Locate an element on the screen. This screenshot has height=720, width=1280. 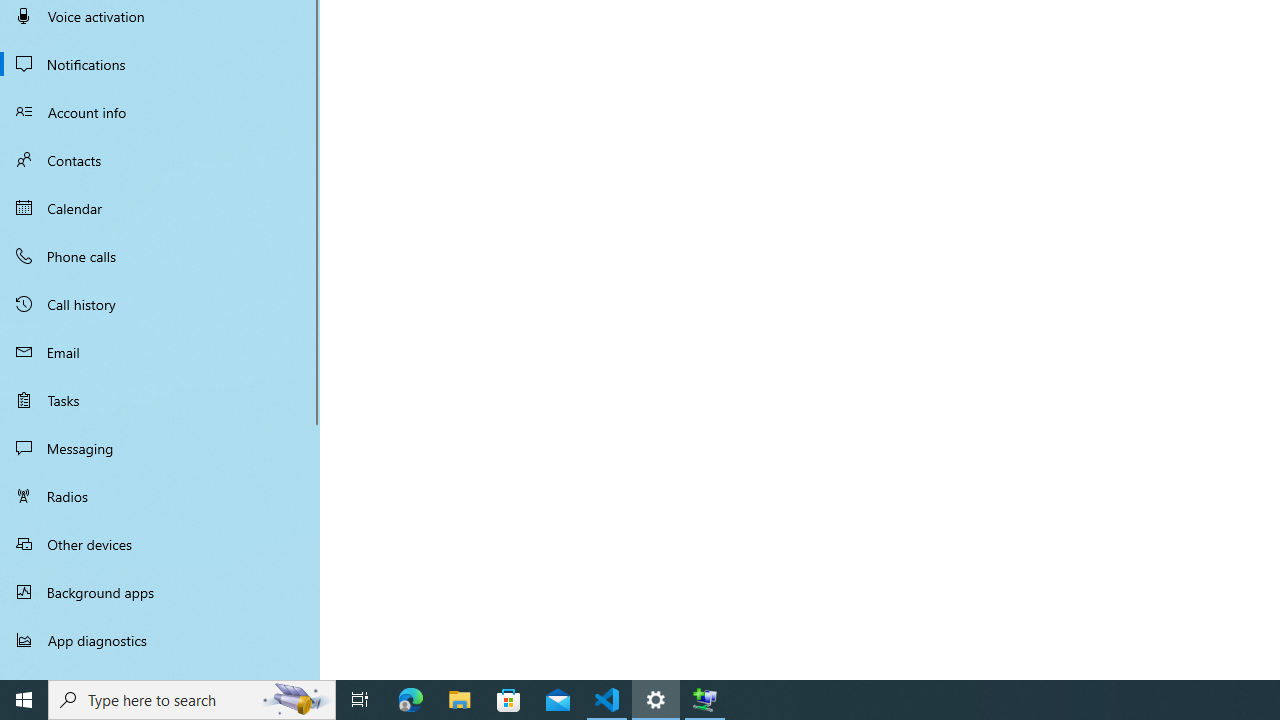
'Radios' is located at coordinates (160, 495).